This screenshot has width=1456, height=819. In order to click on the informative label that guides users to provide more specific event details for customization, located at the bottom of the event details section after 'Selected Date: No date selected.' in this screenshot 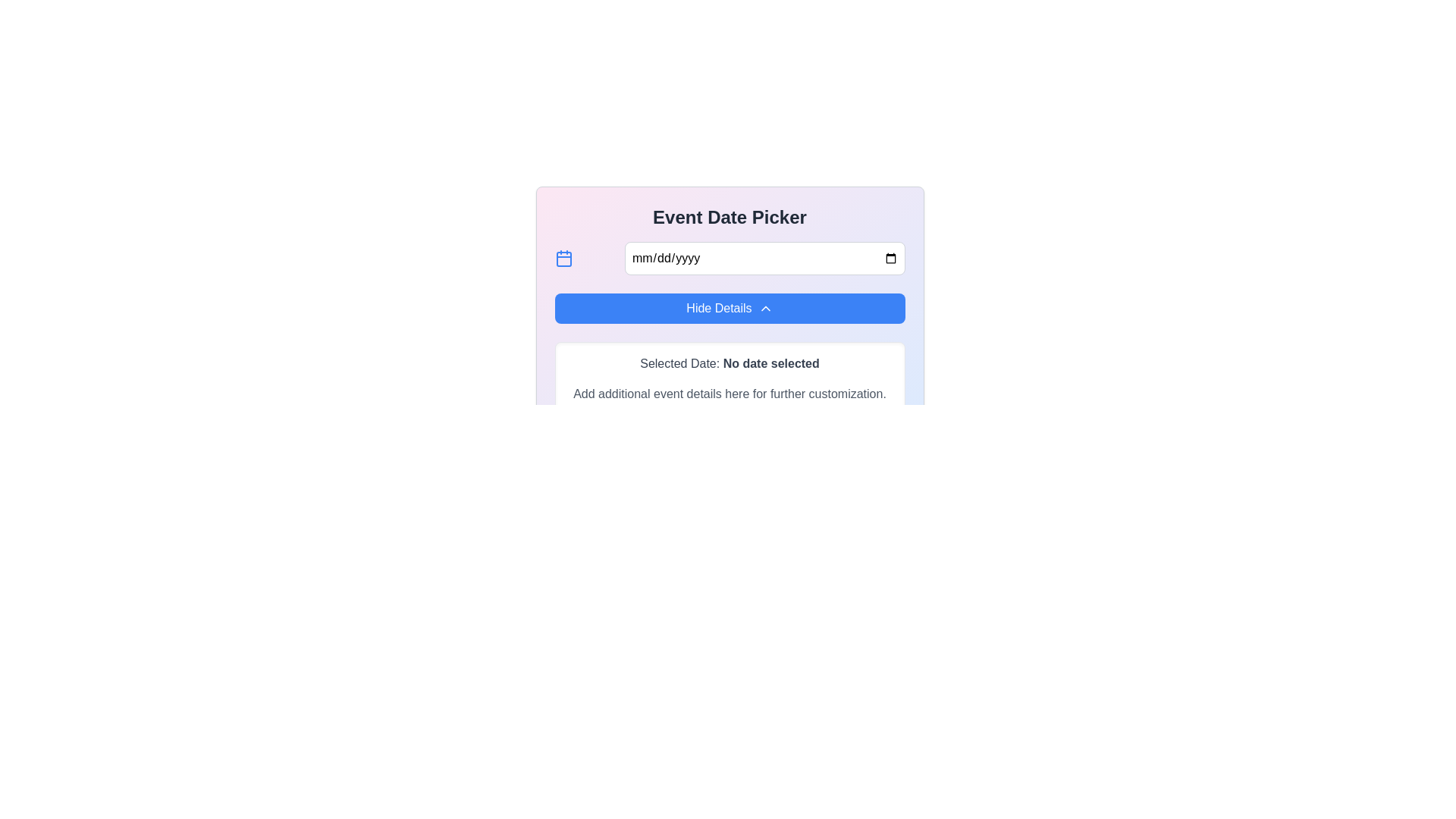, I will do `click(730, 394)`.